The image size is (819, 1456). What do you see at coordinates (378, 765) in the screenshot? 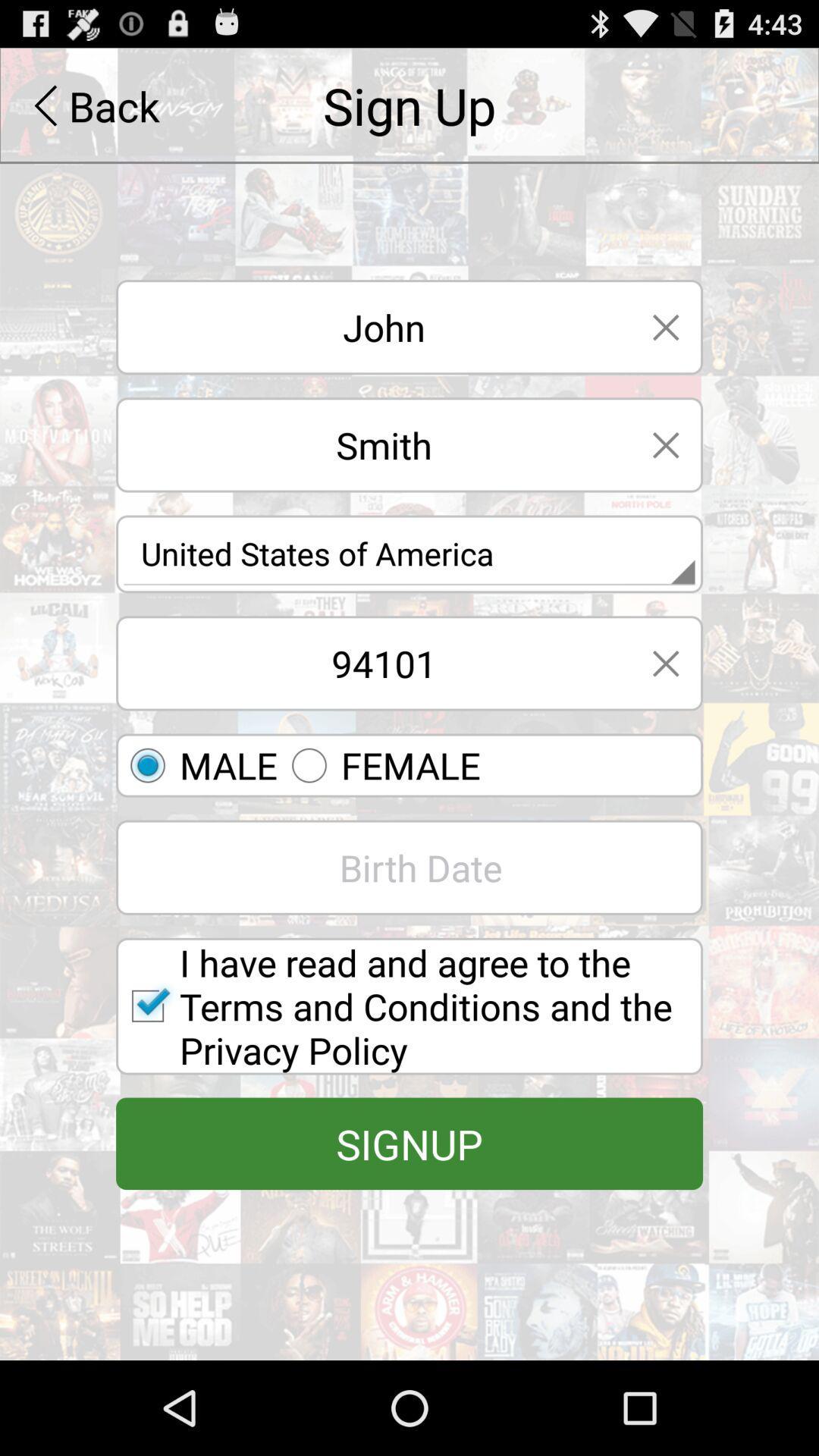
I see `the second gender option` at bounding box center [378, 765].